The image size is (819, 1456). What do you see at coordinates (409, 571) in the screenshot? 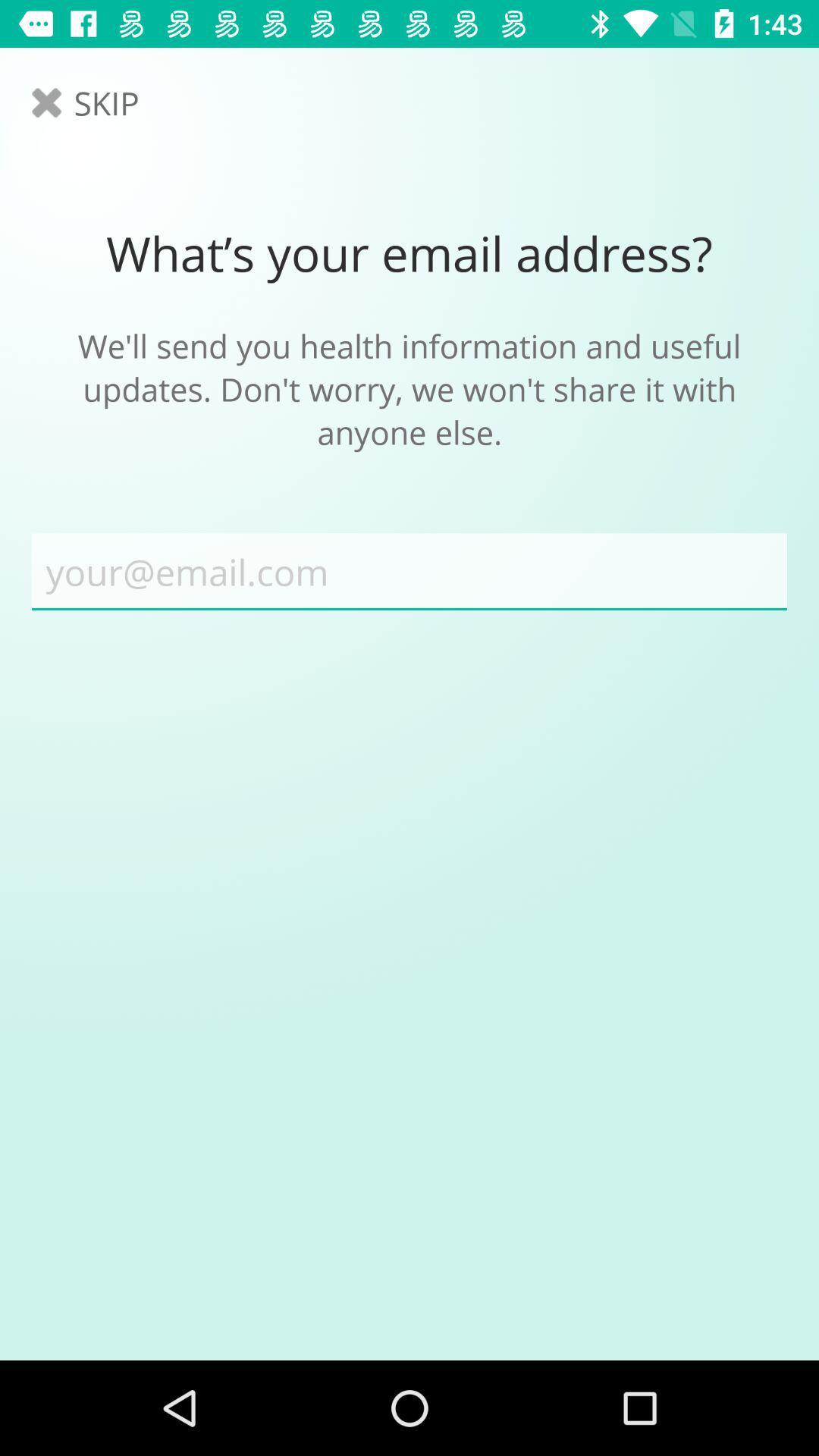
I see `the item below the we ll send item` at bounding box center [409, 571].